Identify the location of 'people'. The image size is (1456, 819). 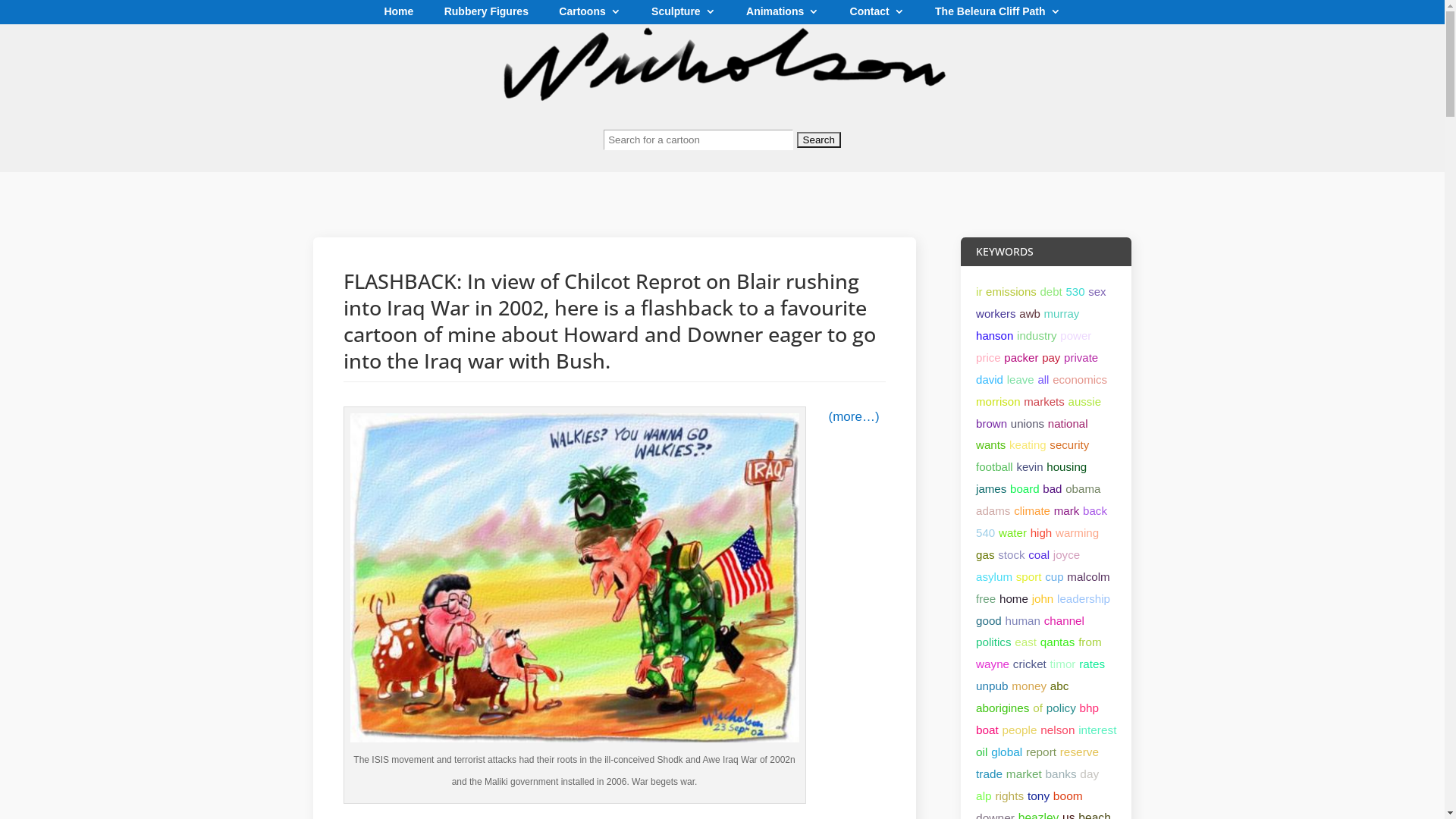
(1019, 729).